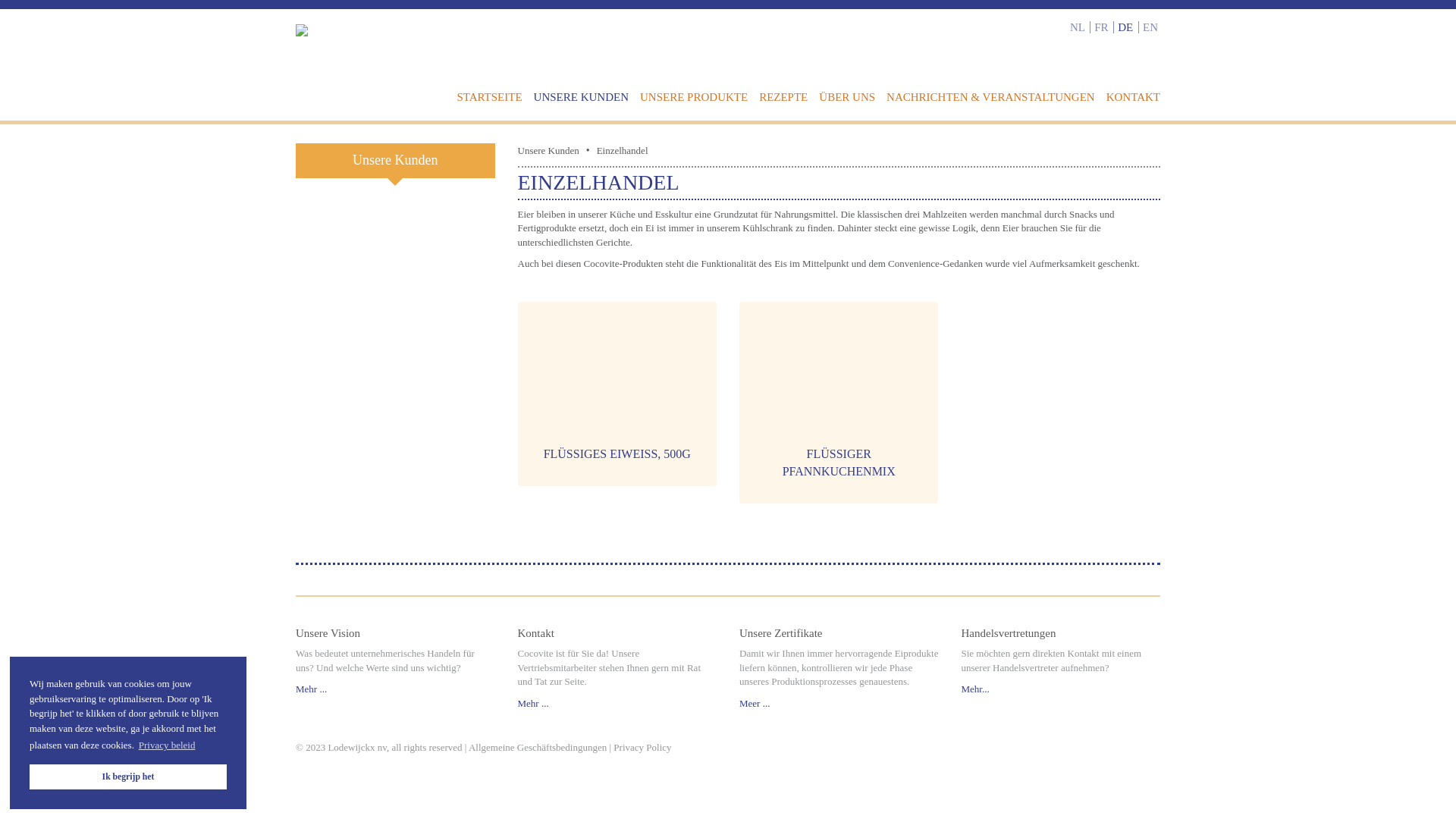  What do you see at coordinates (1150, 27) in the screenshot?
I see `'EN'` at bounding box center [1150, 27].